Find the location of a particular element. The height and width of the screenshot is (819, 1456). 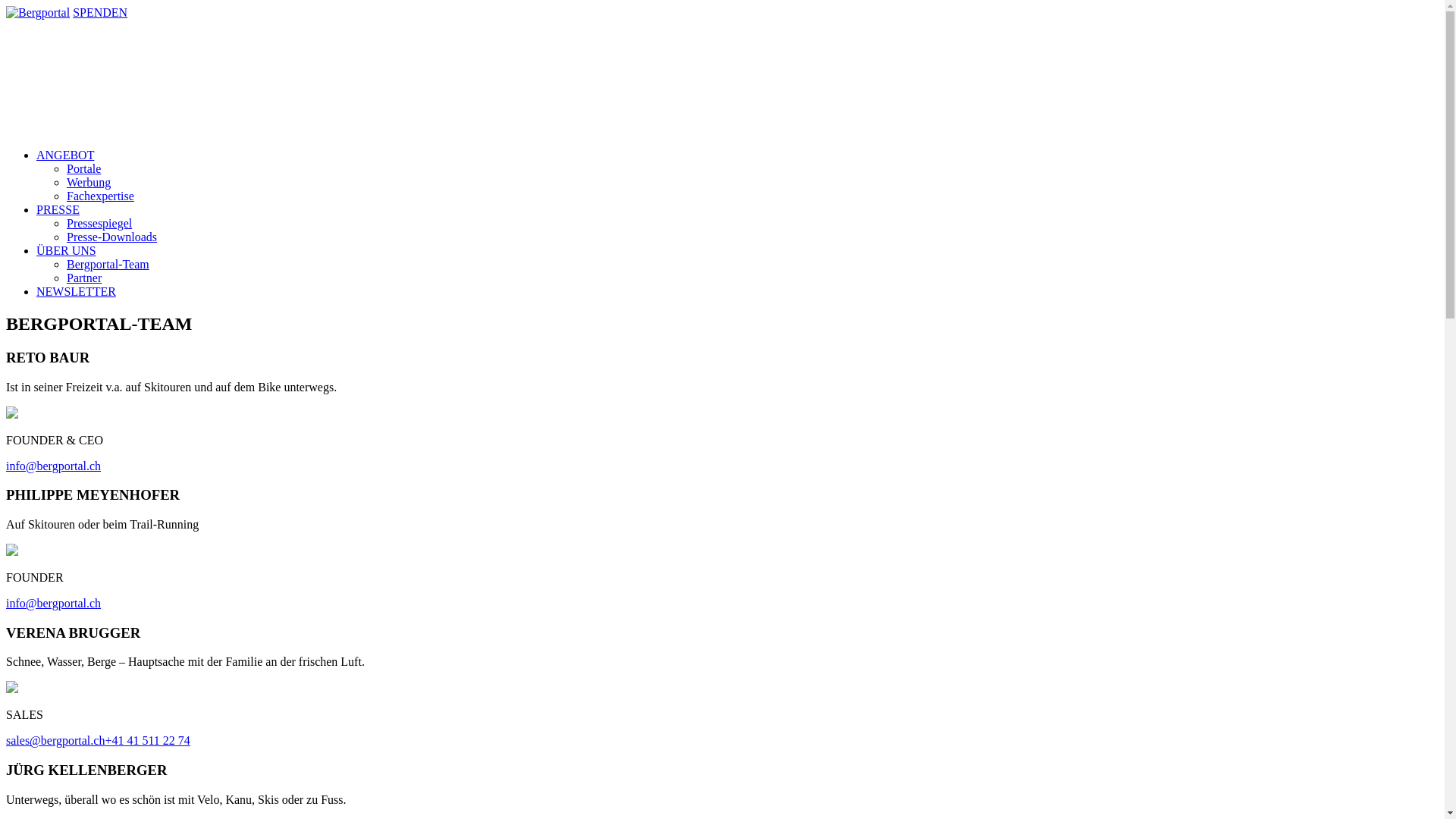

'Presse-Downloads' is located at coordinates (65, 237).